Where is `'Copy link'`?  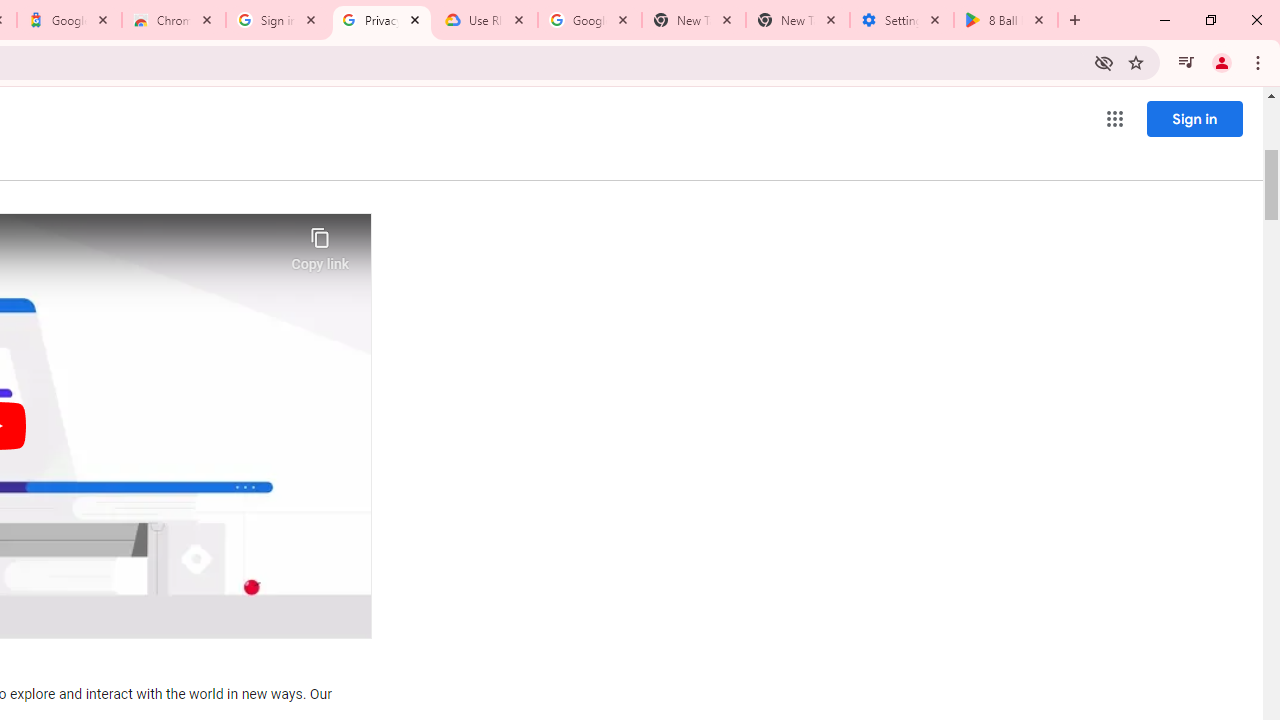 'Copy link' is located at coordinates (320, 243).